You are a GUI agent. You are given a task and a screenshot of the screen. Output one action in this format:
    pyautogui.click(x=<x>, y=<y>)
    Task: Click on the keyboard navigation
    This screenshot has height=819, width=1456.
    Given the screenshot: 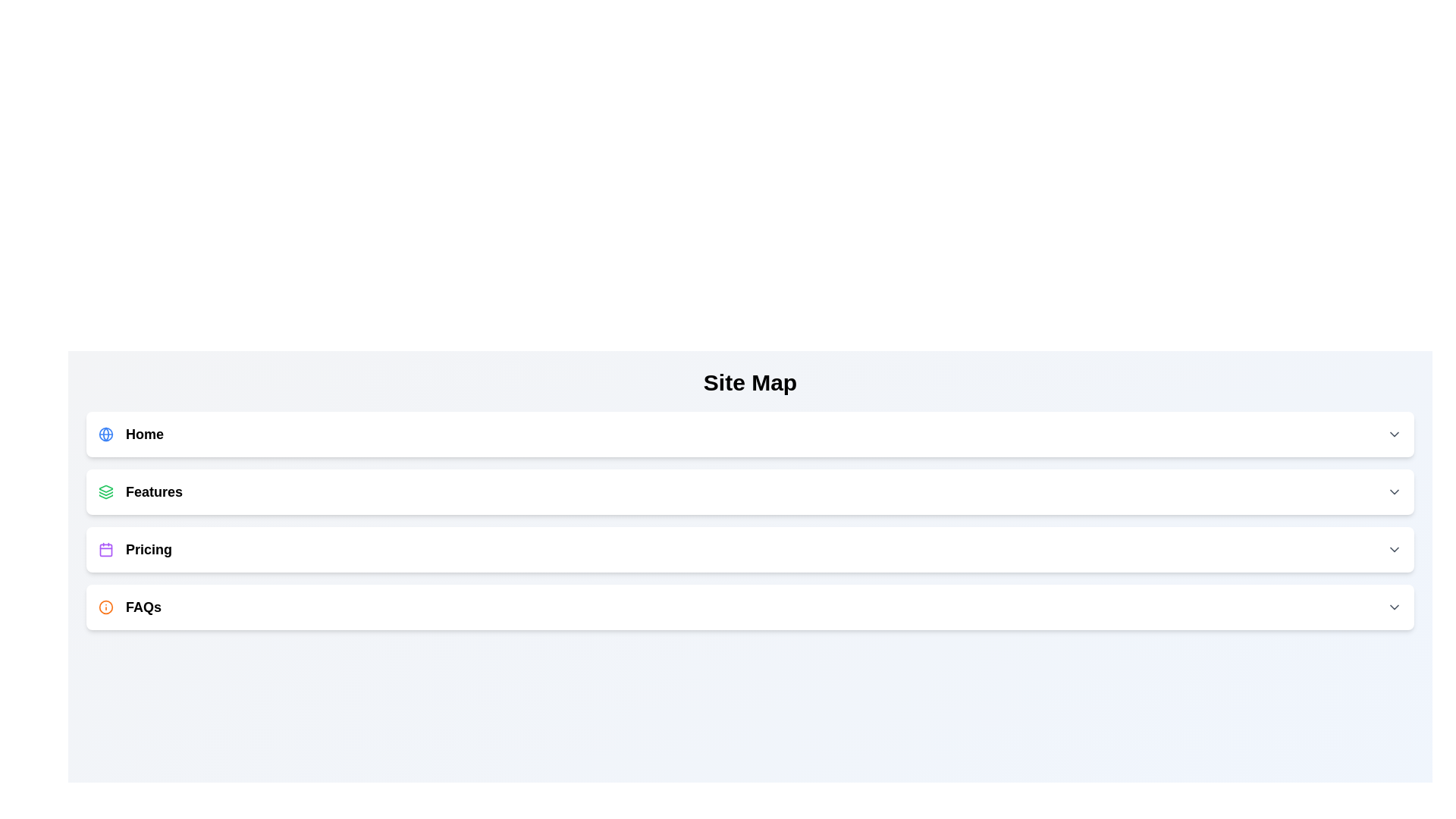 What is the action you would take?
    pyautogui.click(x=750, y=607)
    